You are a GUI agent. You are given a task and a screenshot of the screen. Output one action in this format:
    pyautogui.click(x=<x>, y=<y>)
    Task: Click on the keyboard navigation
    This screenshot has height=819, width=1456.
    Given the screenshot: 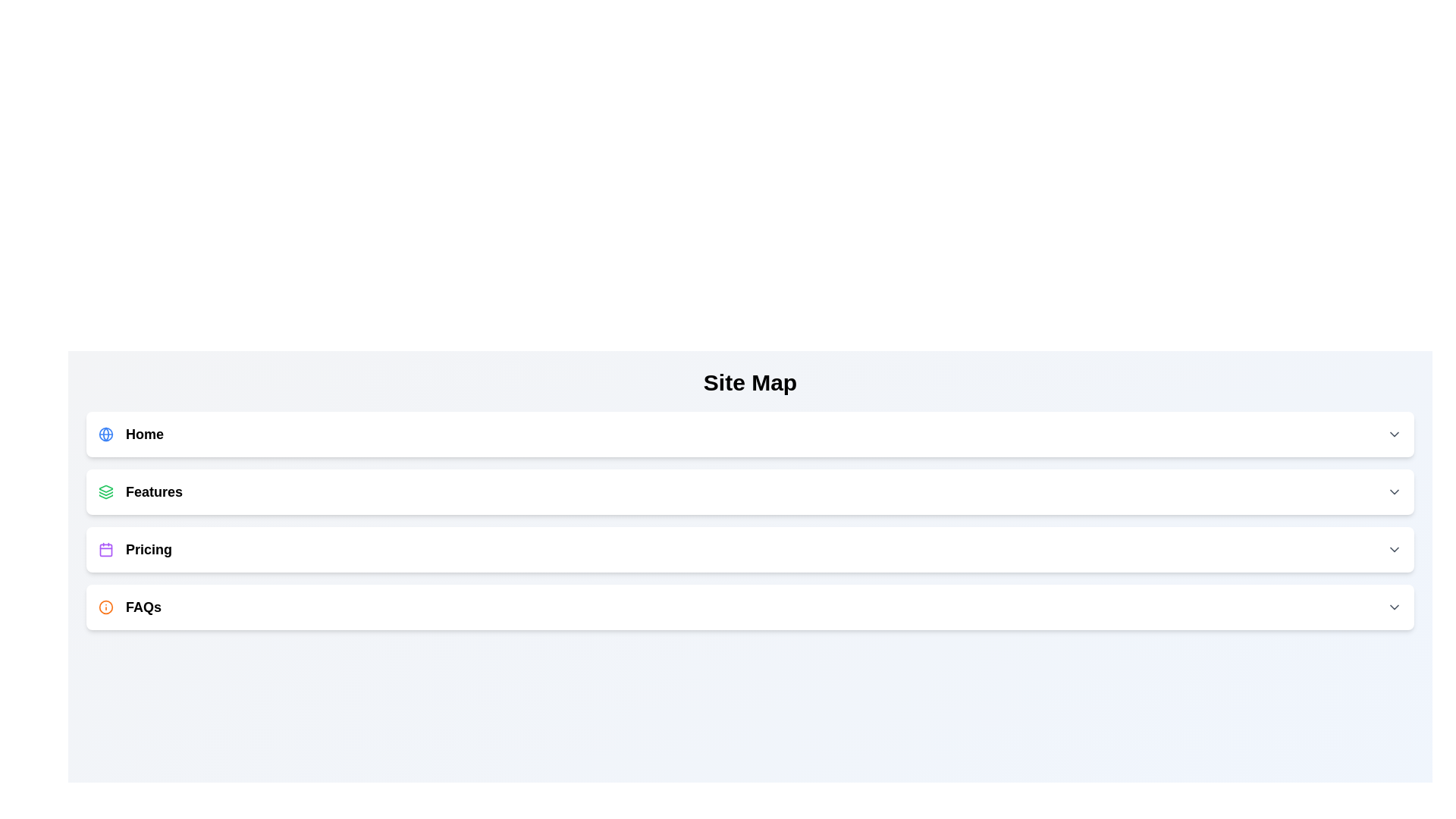 What is the action you would take?
    pyautogui.click(x=750, y=607)
    